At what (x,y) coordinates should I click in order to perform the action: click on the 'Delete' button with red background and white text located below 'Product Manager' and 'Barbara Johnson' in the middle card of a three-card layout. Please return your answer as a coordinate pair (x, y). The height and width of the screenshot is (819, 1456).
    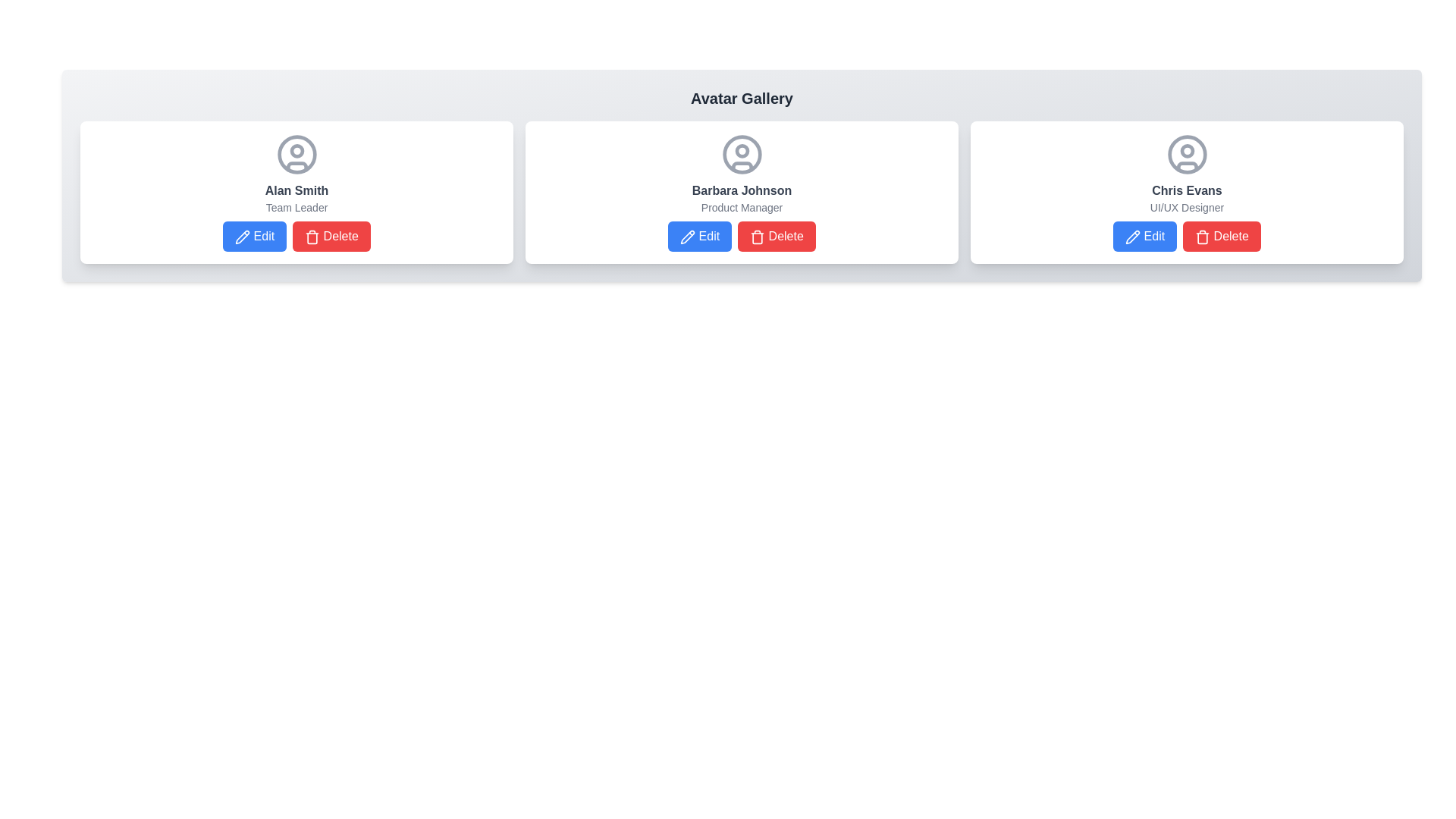
    Looking at the image, I should click on (742, 237).